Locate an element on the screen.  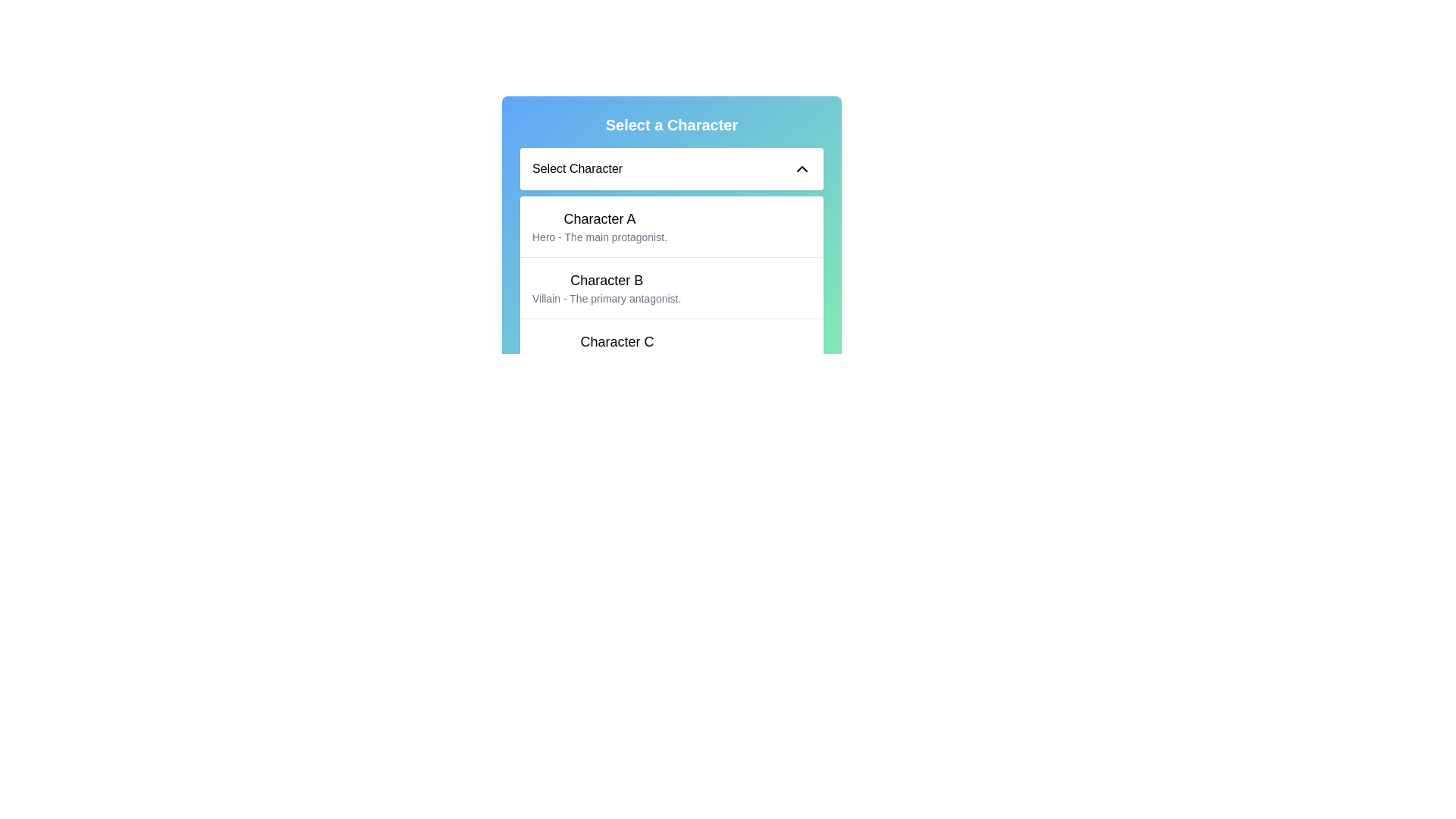
descriptive subtitle text displayed in a smaller, gray-colored font below the title 'Character A' in the dropdown menu is located at coordinates (599, 237).